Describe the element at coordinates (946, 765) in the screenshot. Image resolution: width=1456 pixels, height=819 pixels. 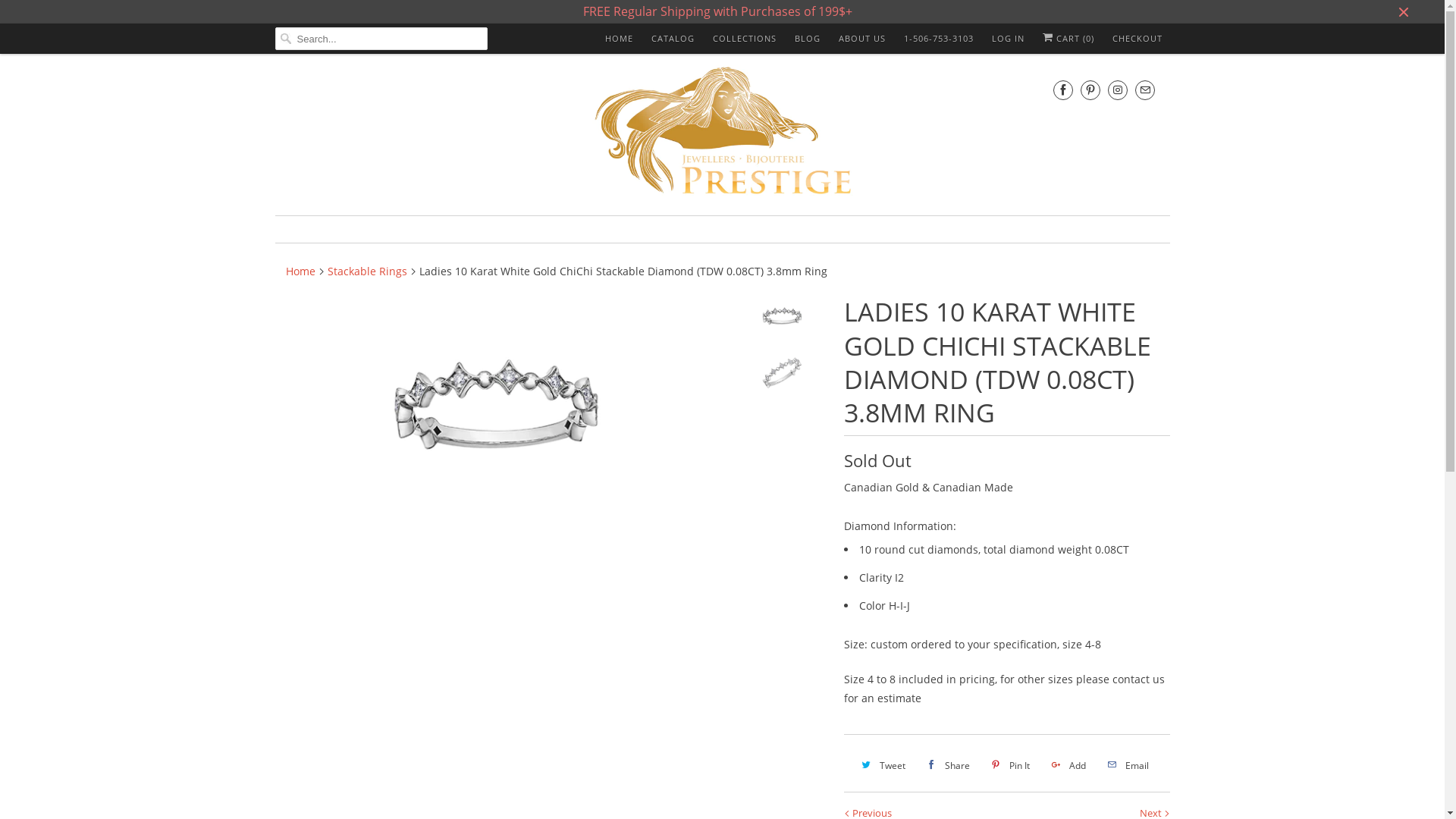
I see `'Share'` at that location.